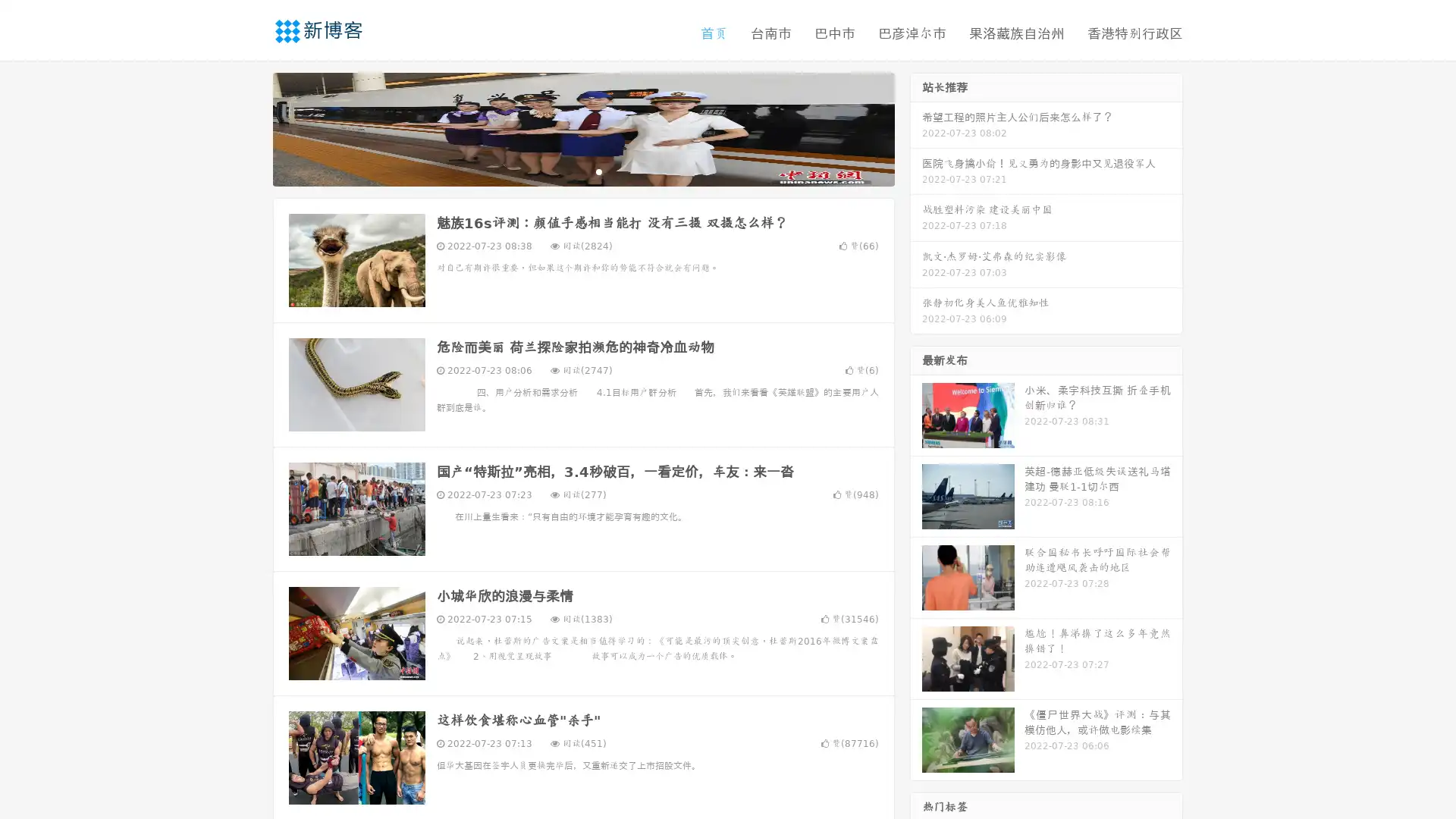 The height and width of the screenshot is (819, 1456). Describe the element at coordinates (916, 127) in the screenshot. I see `Next slide` at that location.